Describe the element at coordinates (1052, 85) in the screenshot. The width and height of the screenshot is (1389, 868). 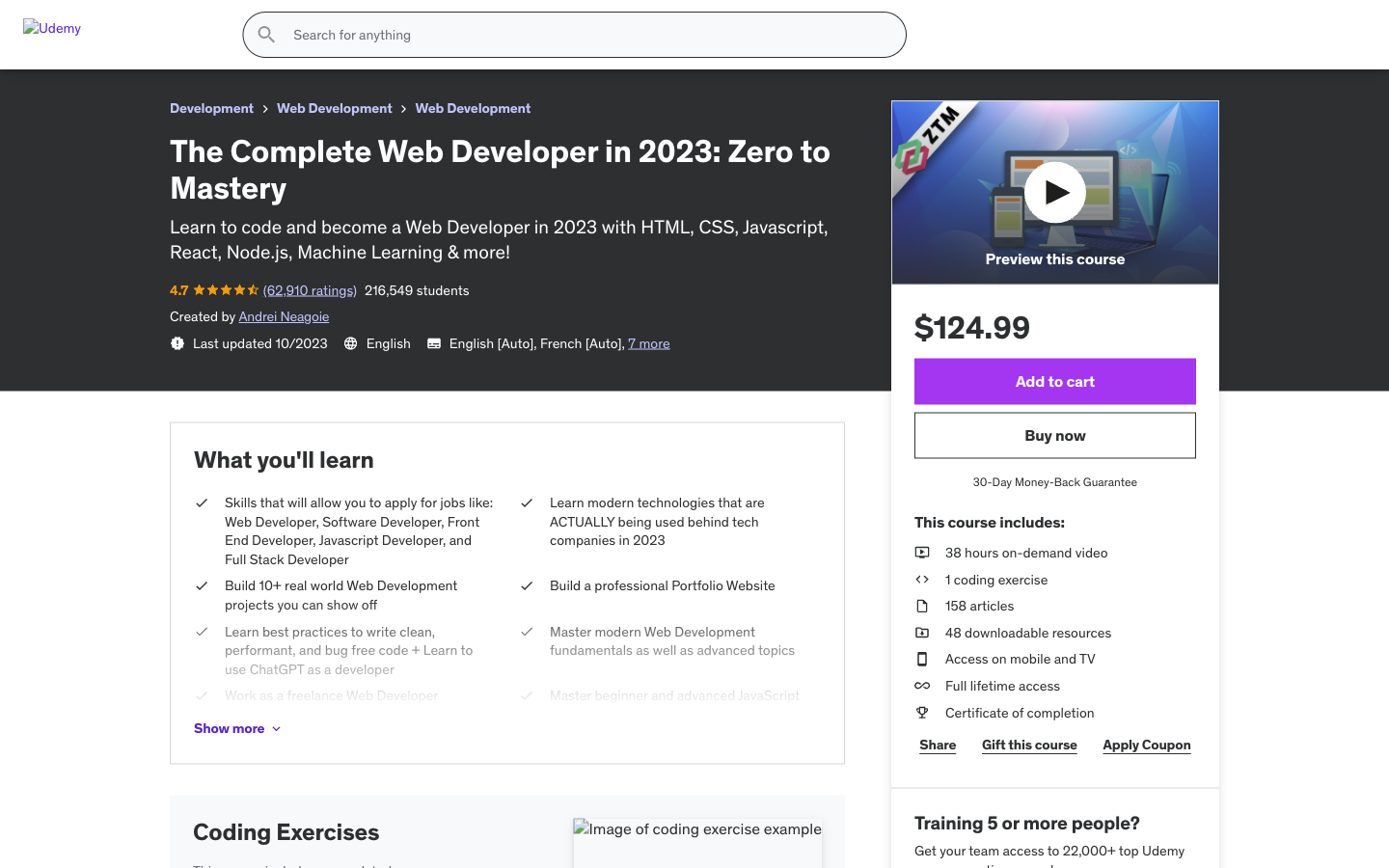
I see `Go to the Help Page` at that location.